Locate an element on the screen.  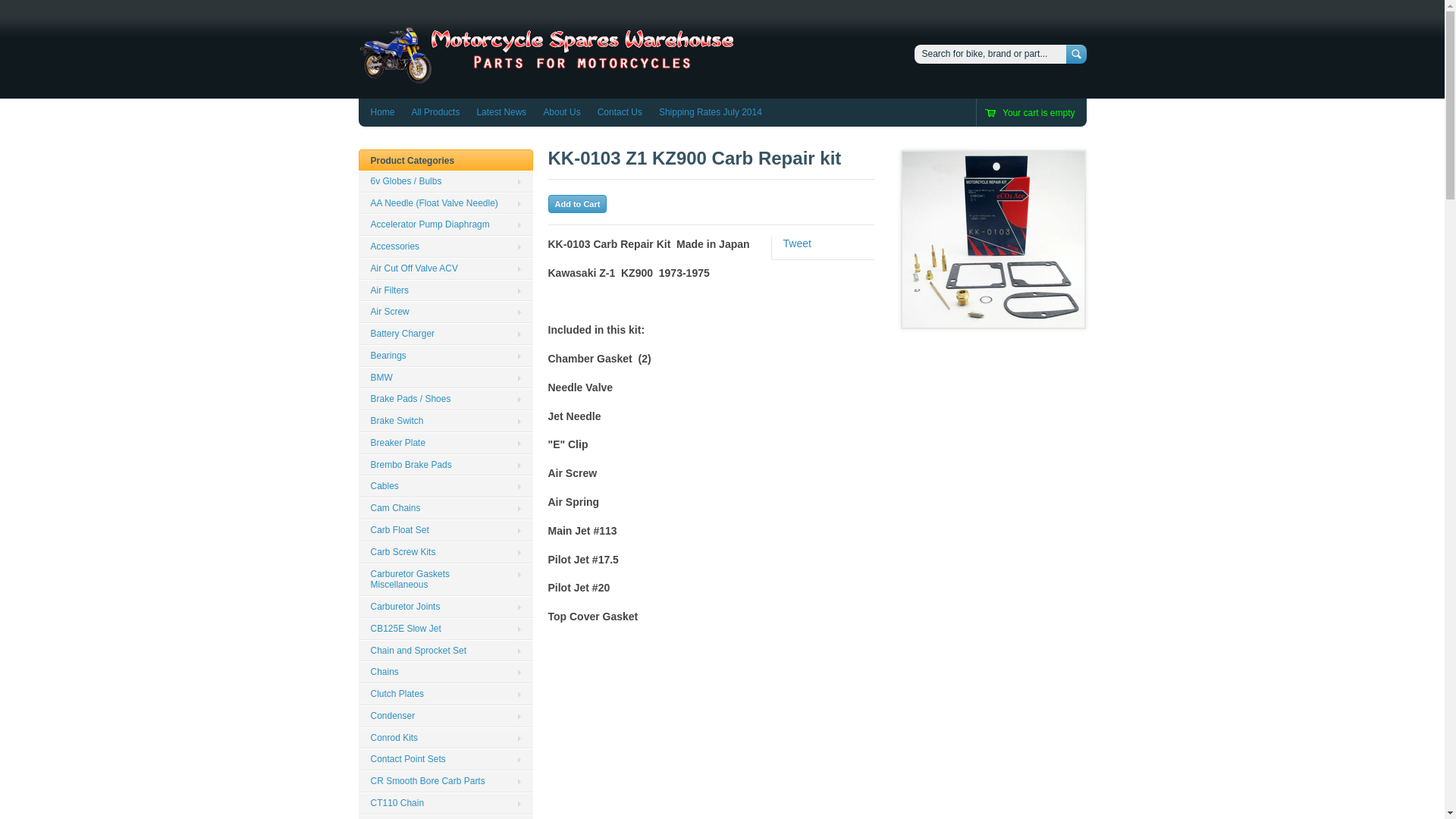
'Brake Switch' is located at coordinates (444, 421).